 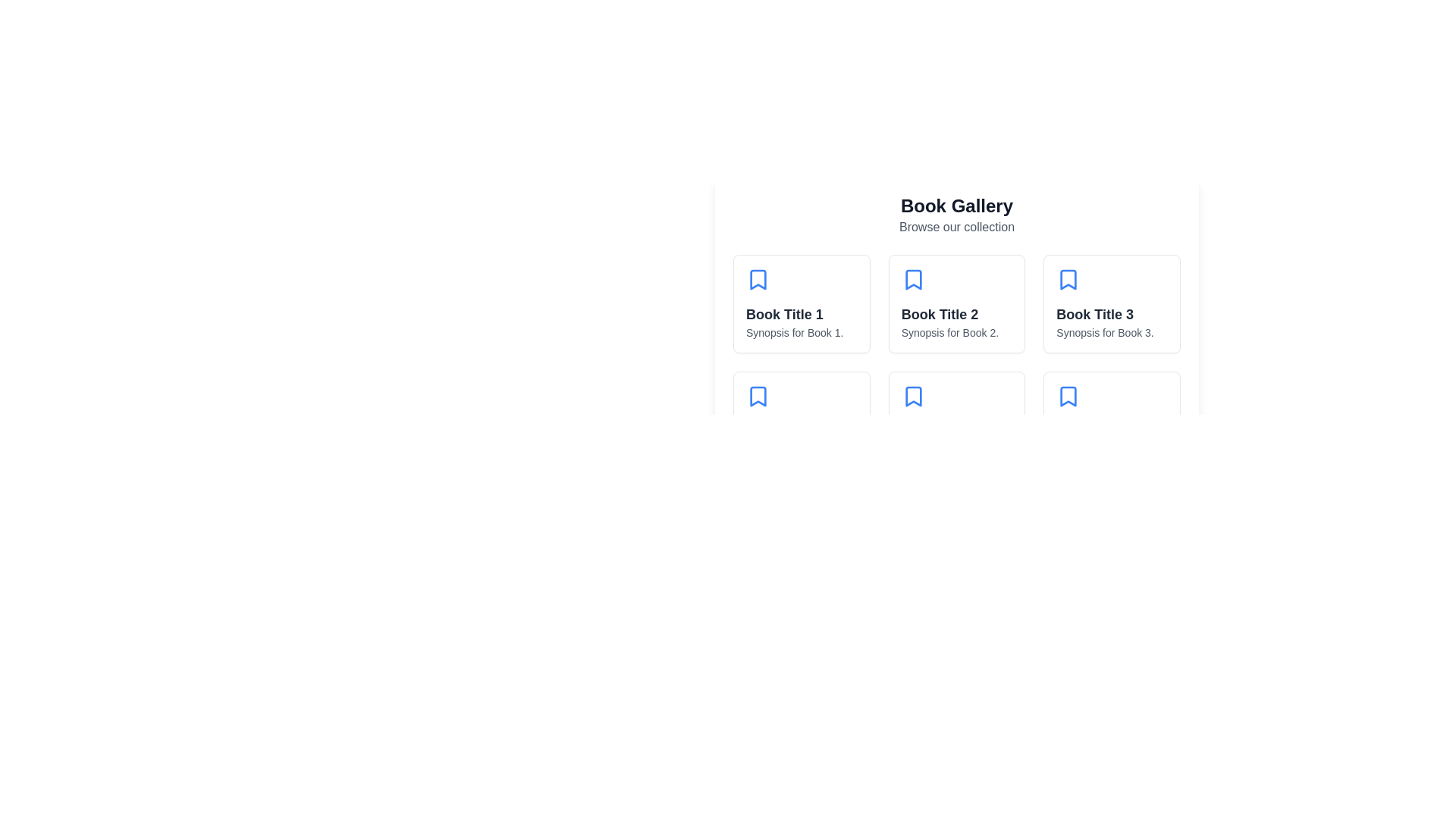 What do you see at coordinates (801, 421) in the screenshot?
I see `the fourth Card component in the grid layout` at bounding box center [801, 421].